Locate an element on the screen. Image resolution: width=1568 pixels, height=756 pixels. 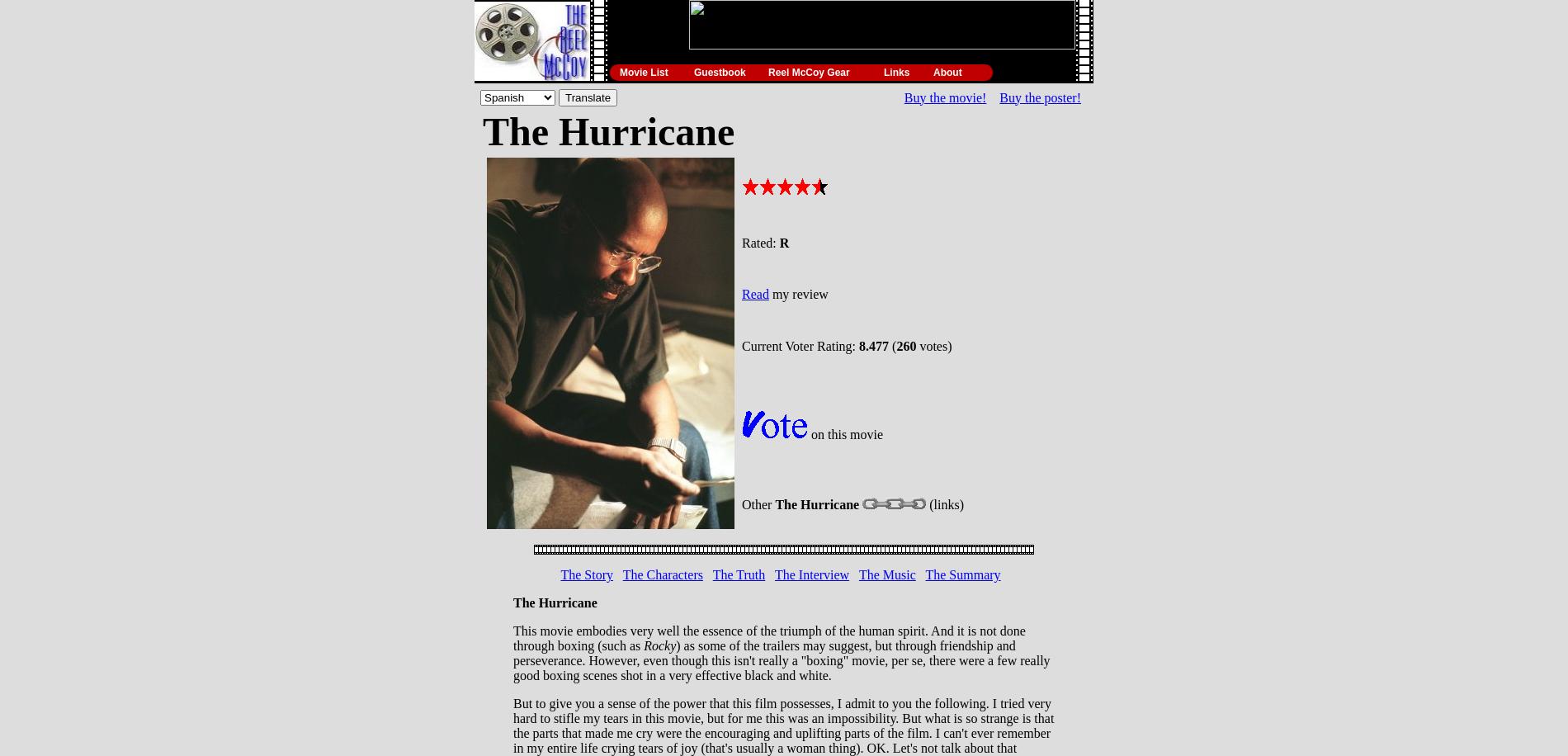
'Movie List' is located at coordinates (642, 71).